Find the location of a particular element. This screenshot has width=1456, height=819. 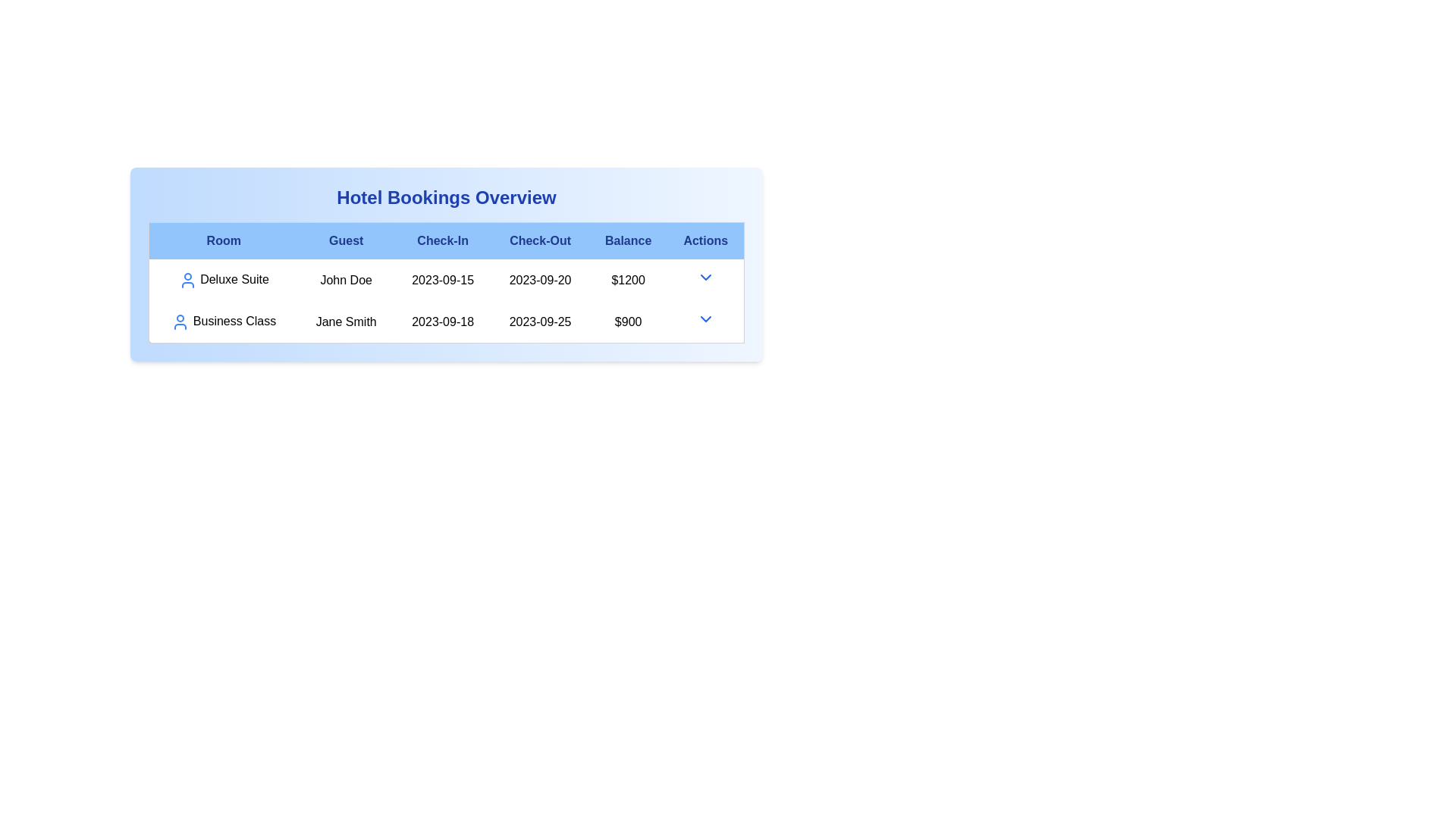

arrow button in the Actions column for the row corresponding to Business Class is located at coordinates (704, 318).